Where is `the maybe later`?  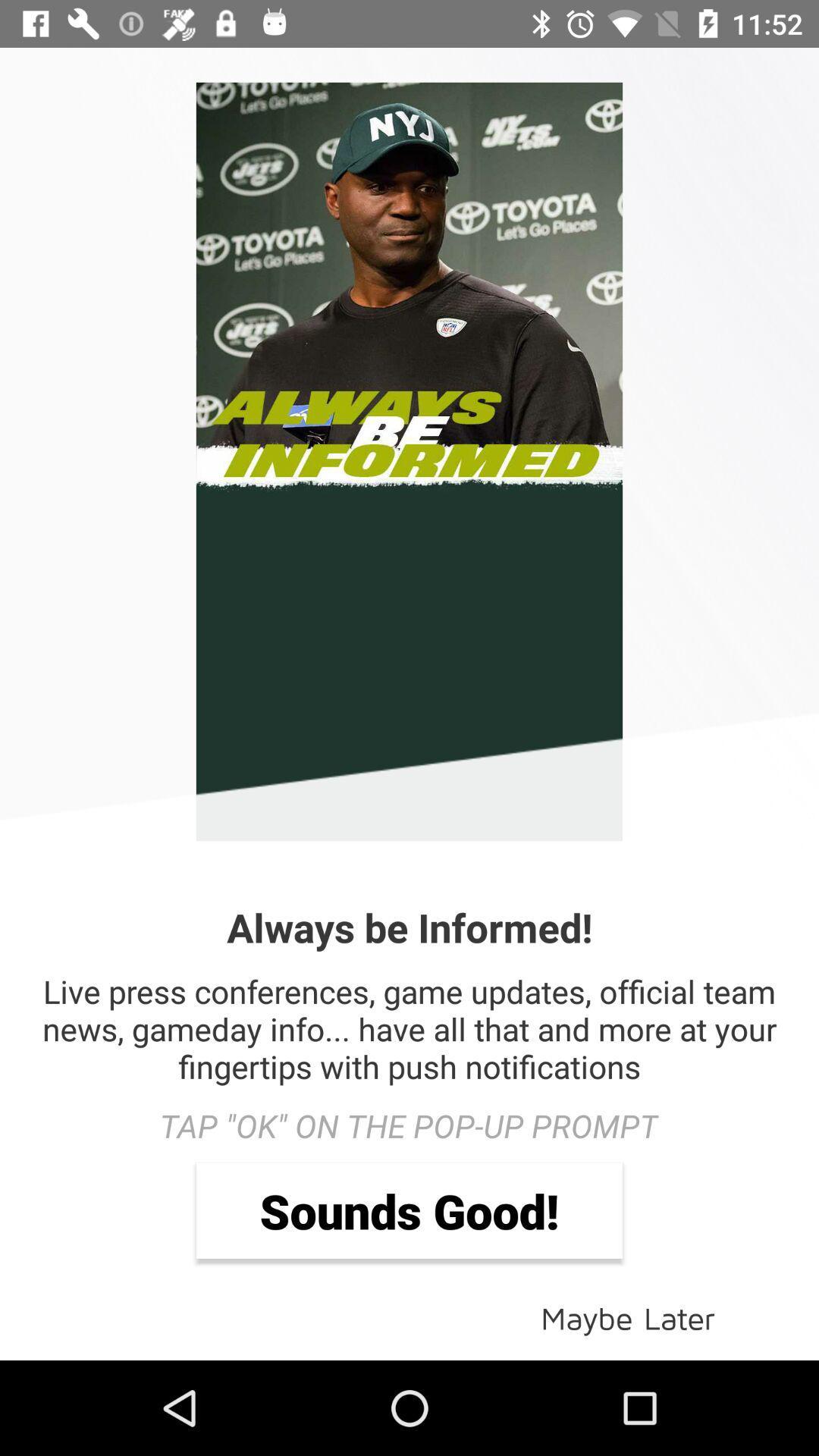
the maybe later is located at coordinates (628, 1316).